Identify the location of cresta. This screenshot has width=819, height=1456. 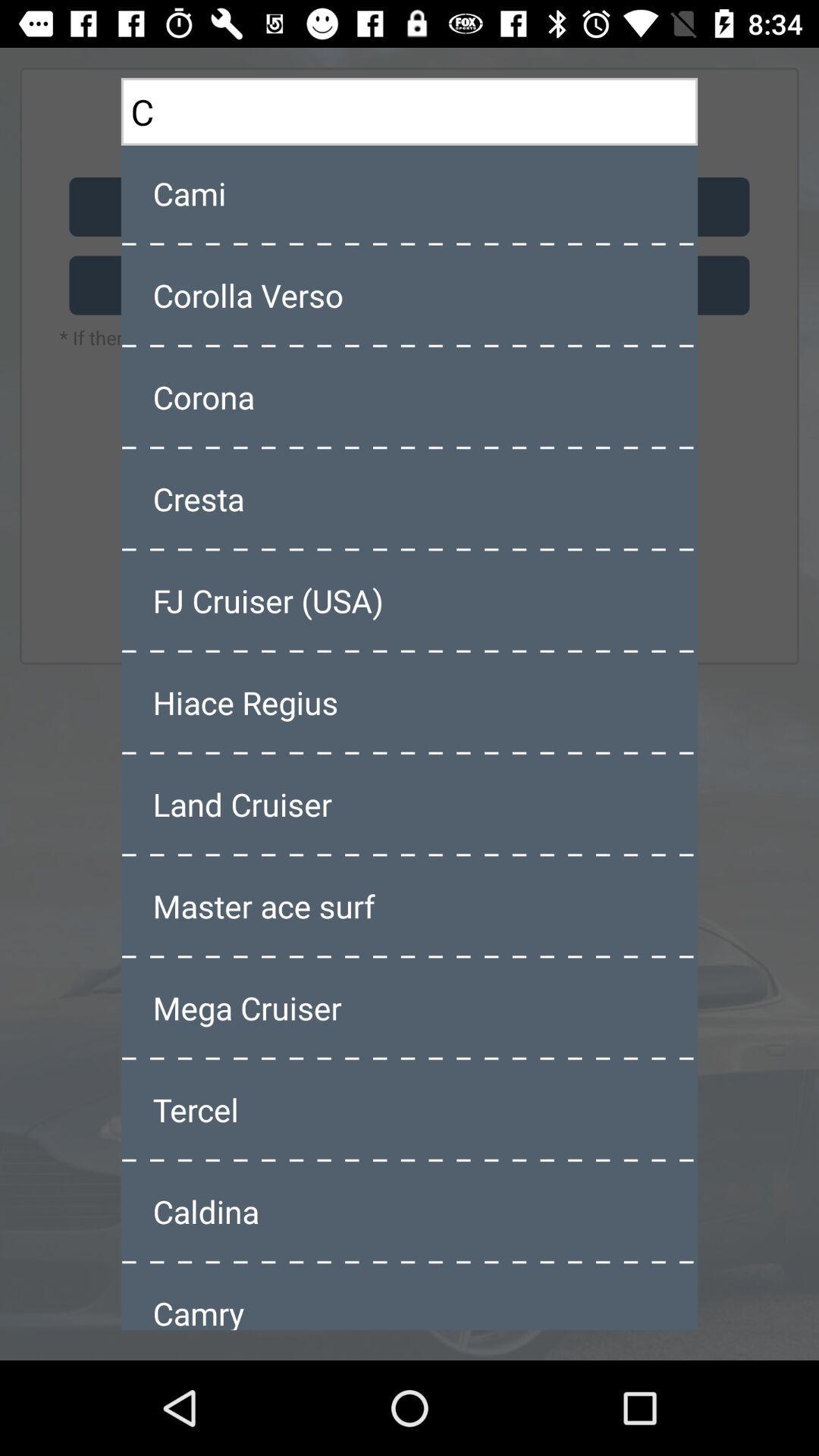
(409, 498).